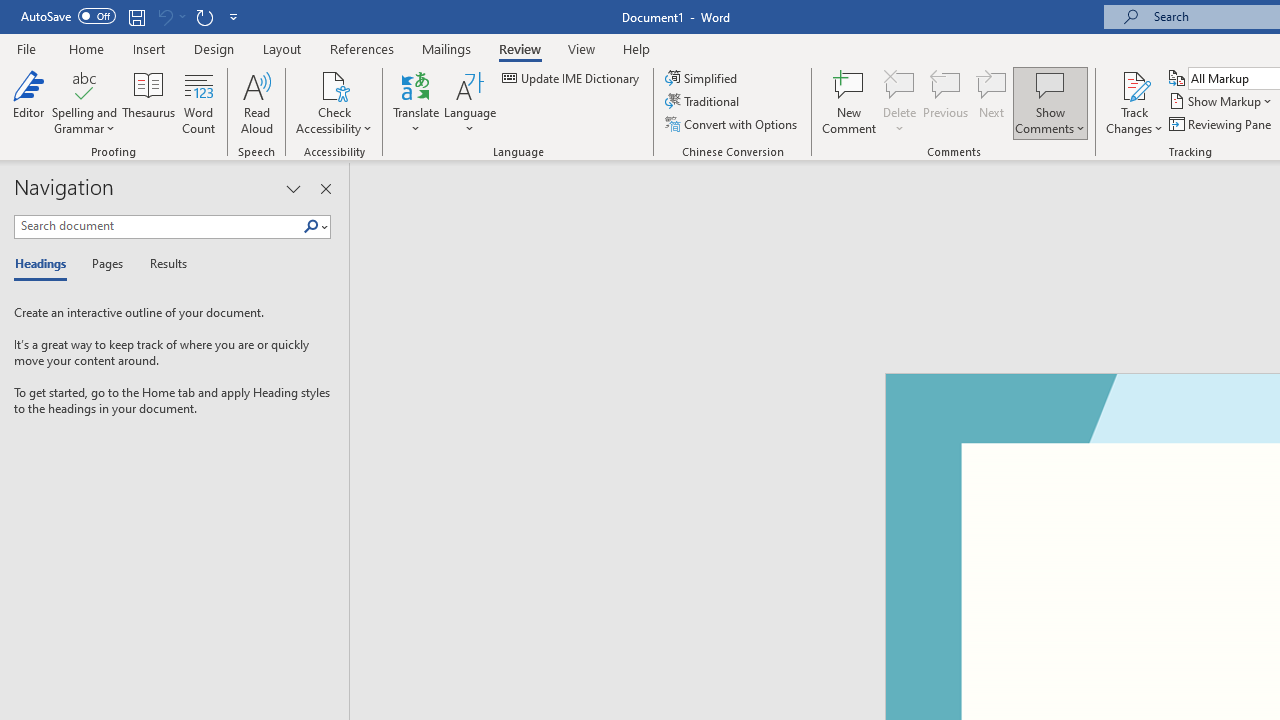  What do you see at coordinates (1134, 84) in the screenshot?
I see `'Track Changes'` at bounding box center [1134, 84].